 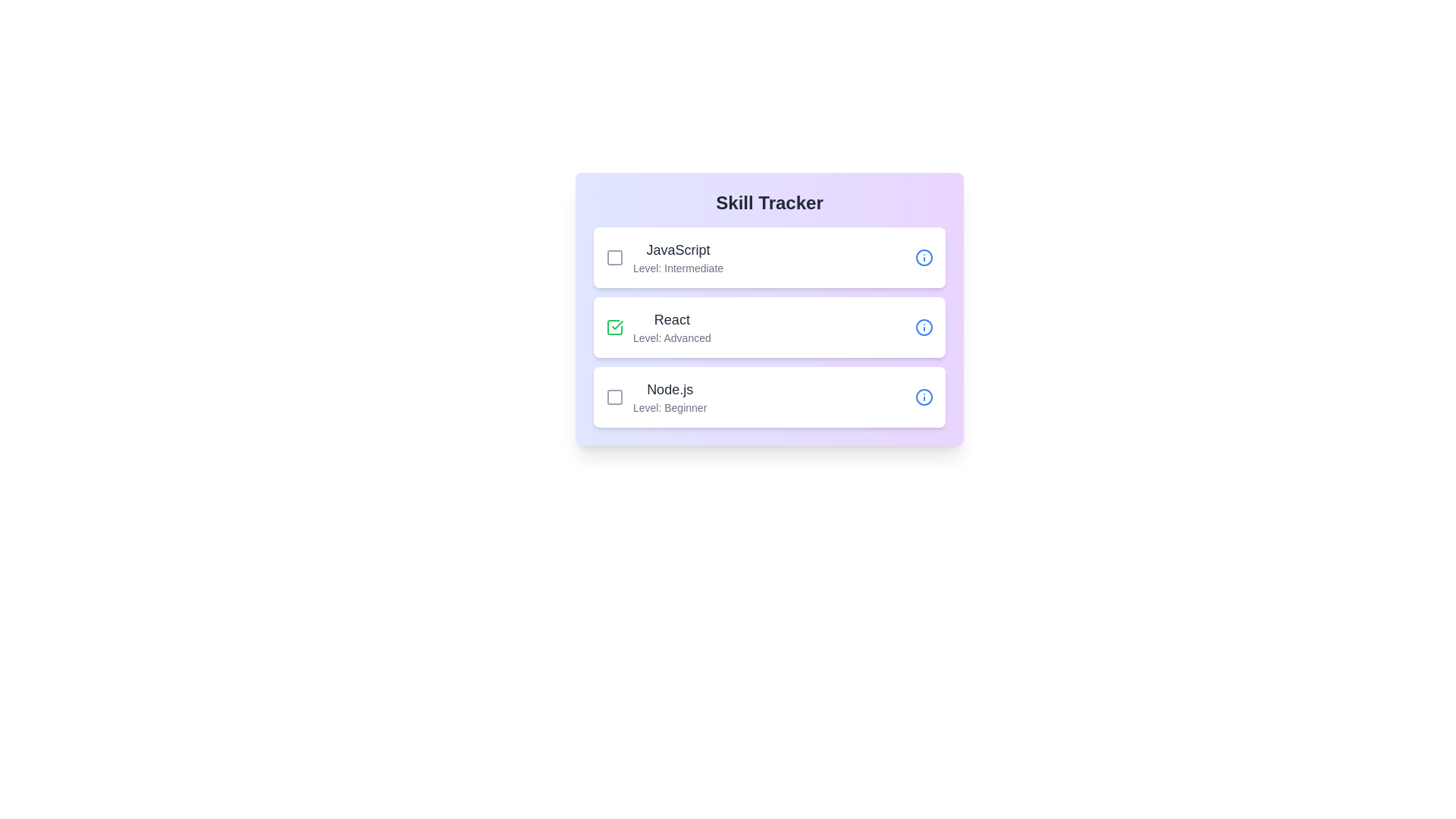 I want to click on information icon next to the skill JavaScript, so click(x=924, y=256).